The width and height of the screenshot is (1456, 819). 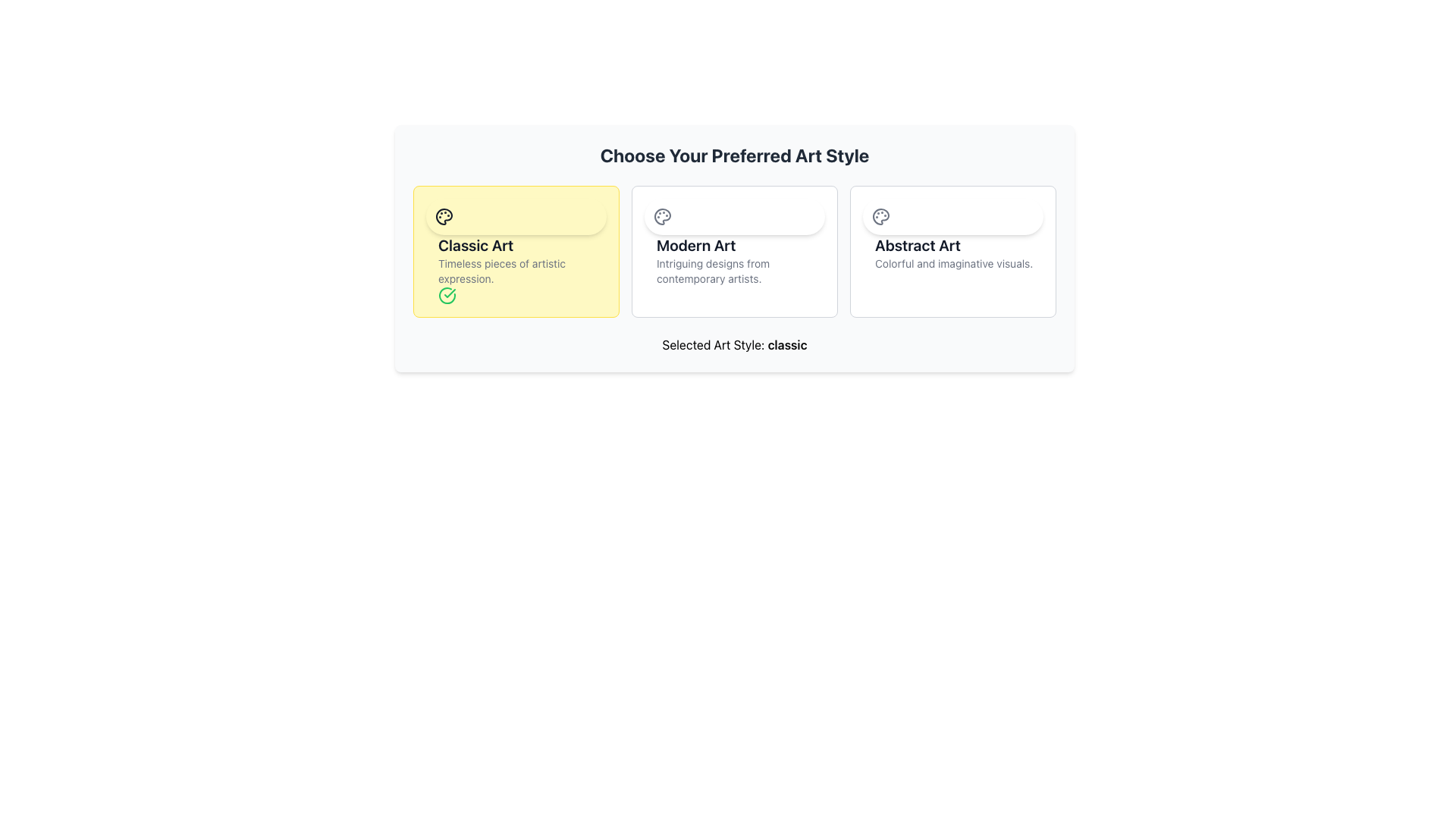 I want to click on the circular check mark icon with a green border located at the bottom-left corner of the highlighted yellow 'Classic Art' box, so click(x=447, y=295).